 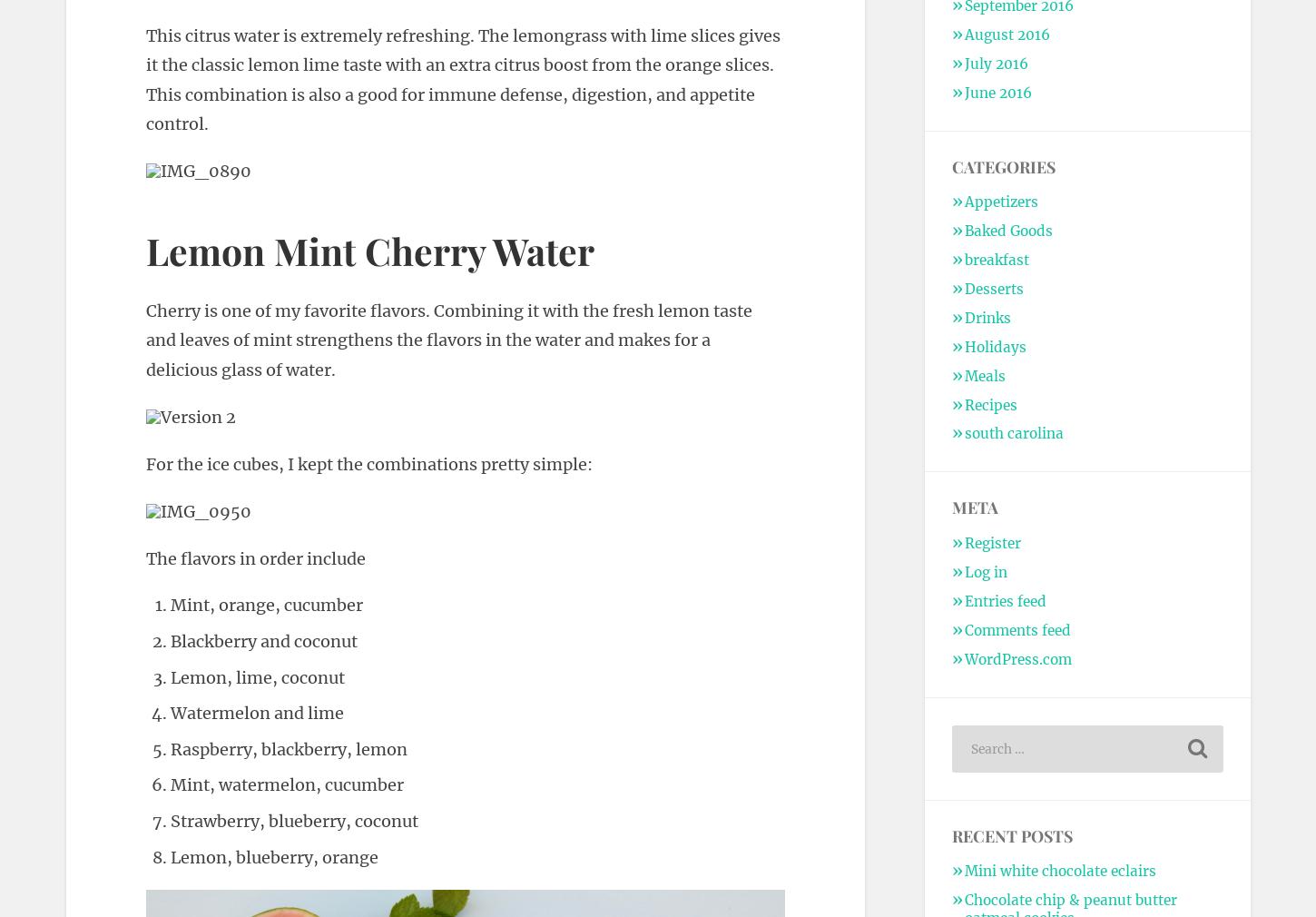 I want to click on 'Raspberry, blackberry, lemon', so click(x=288, y=748).